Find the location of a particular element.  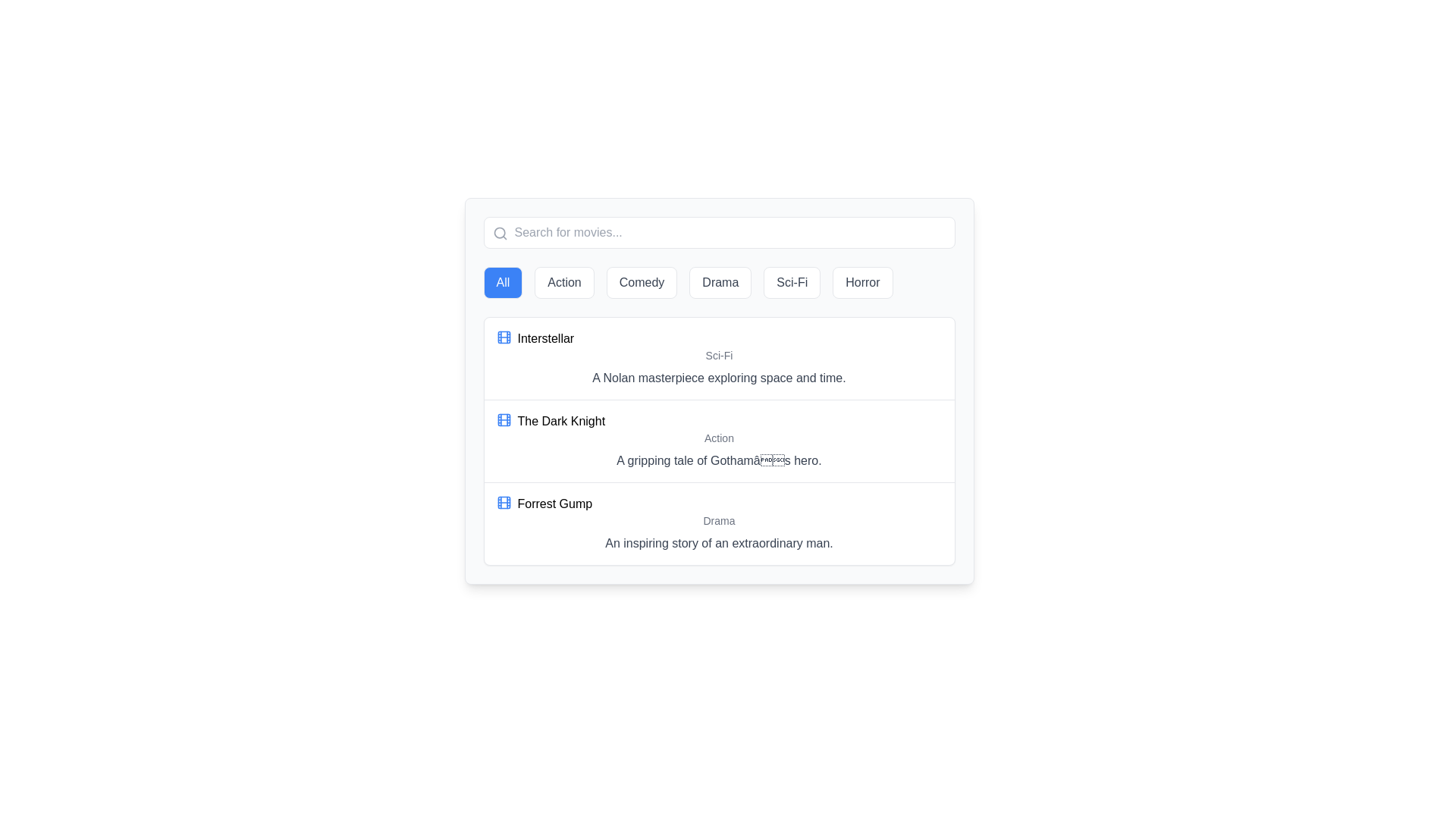

the smaller circular SVG Circle Element that is part of the search icon's magnifying glass representation, located near the top-left corner of the interface within the search bar area is located at coordinates (499, 233).